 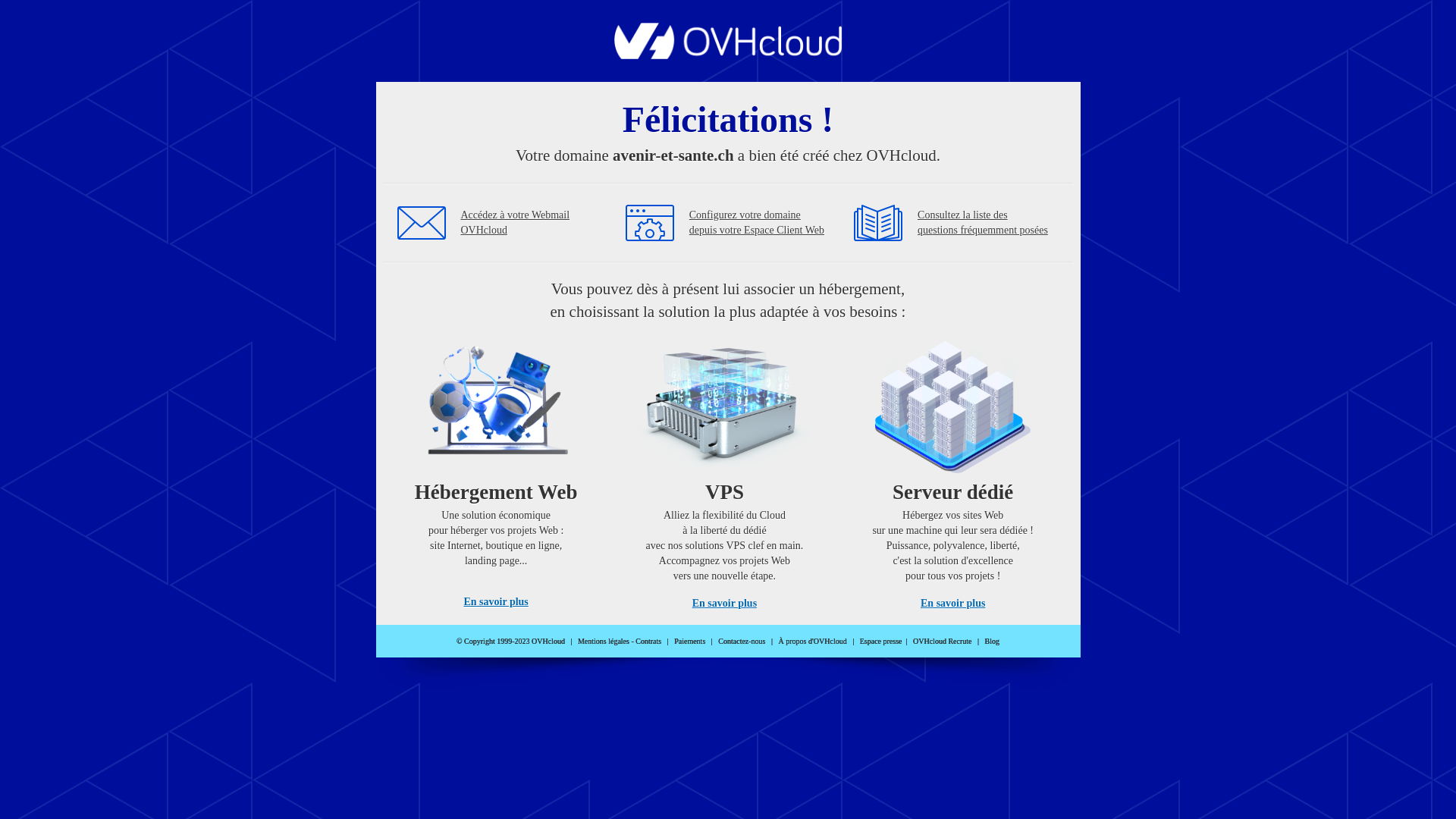 I want to click on 'Paiements', so click(x=689, y=641).